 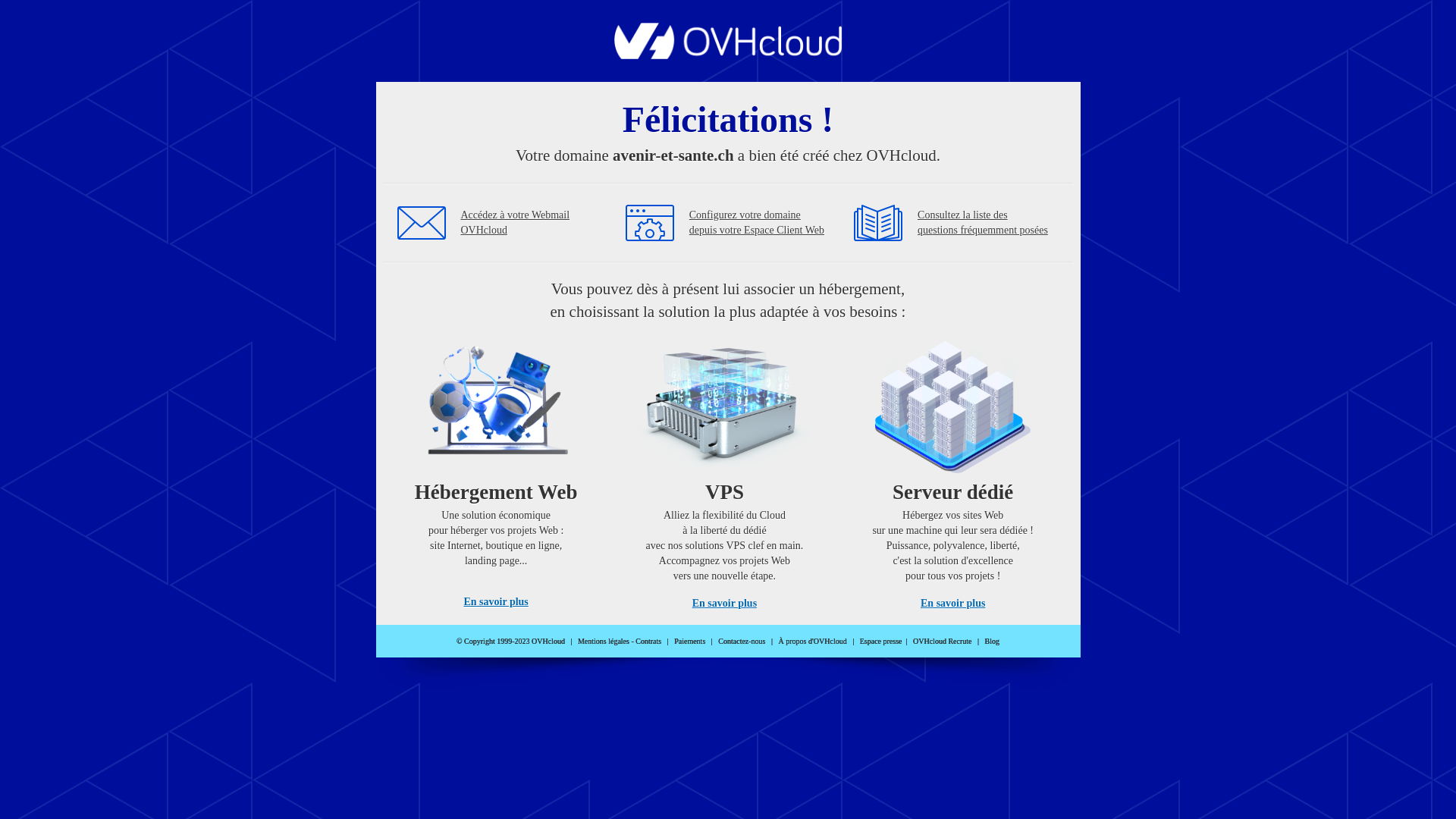 I want to click on 'Paiements', so click(x=689, y=641).